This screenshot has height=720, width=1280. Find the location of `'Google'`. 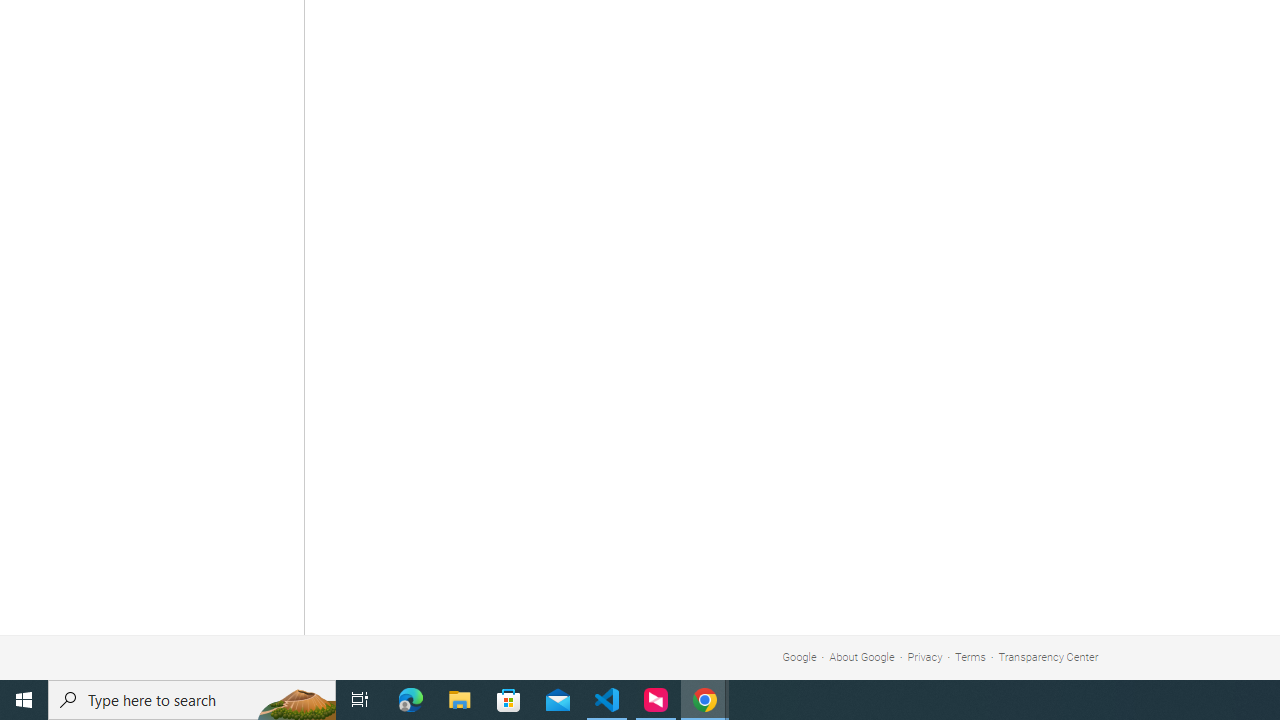

'Google' is located at coordinates (798, 657).